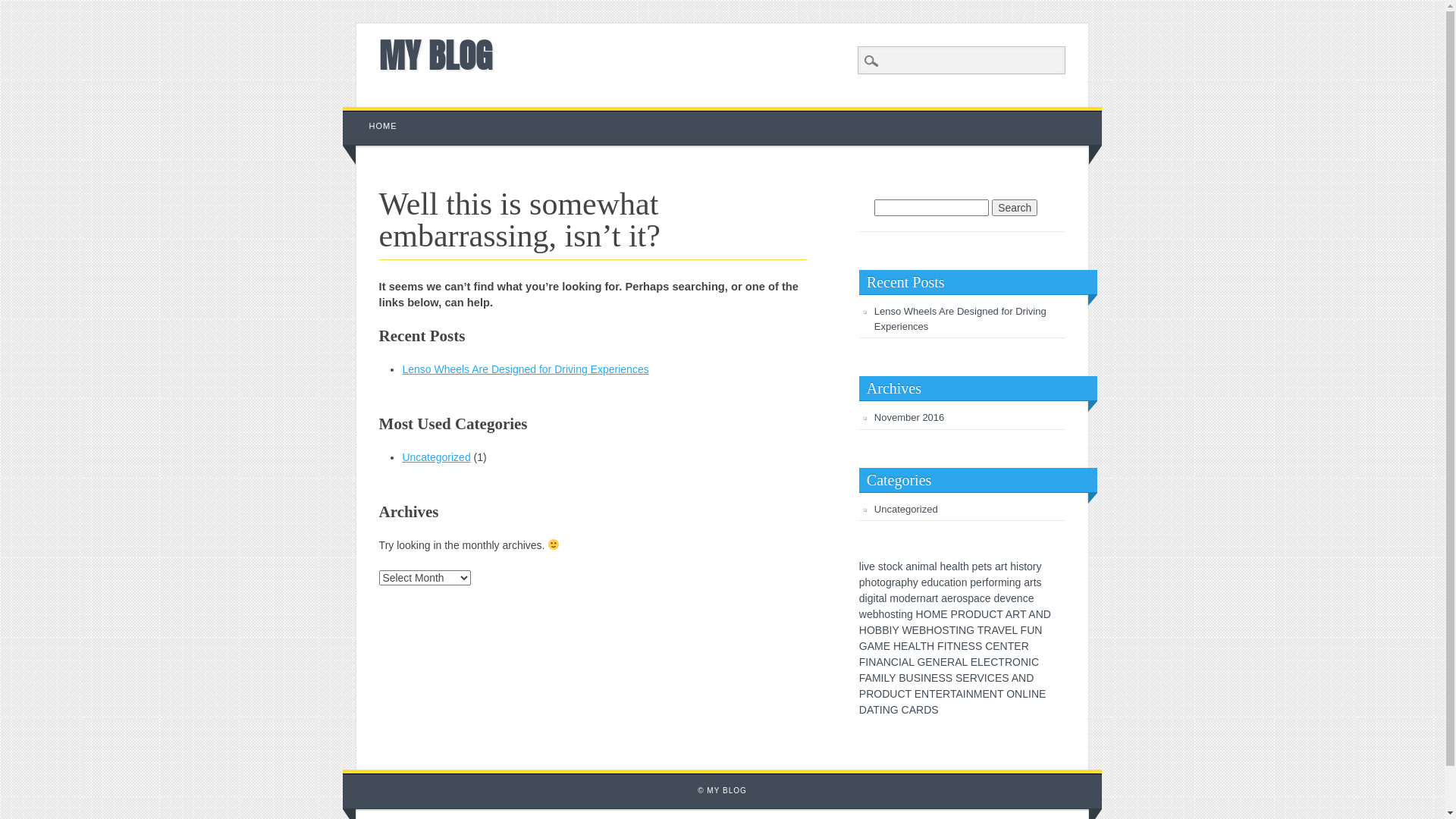 The height and width of the screenshot is (819, 1456). Describe the element at coordinates (883, 677) in the screenshot. I see `'L'` at that location.